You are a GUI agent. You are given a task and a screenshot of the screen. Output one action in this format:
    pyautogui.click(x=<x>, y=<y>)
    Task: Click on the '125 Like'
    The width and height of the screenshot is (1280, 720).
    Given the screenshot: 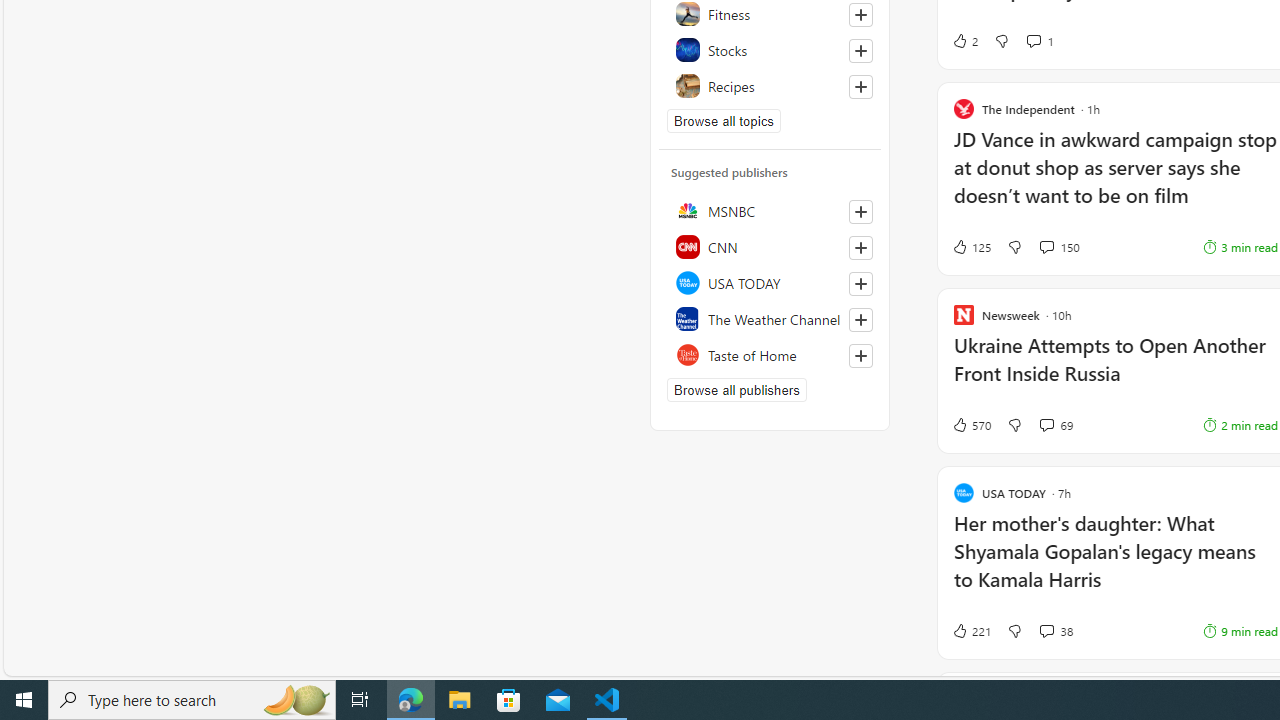 What is the action you would take?
    pyautogui.click(x=970, y=245)
    